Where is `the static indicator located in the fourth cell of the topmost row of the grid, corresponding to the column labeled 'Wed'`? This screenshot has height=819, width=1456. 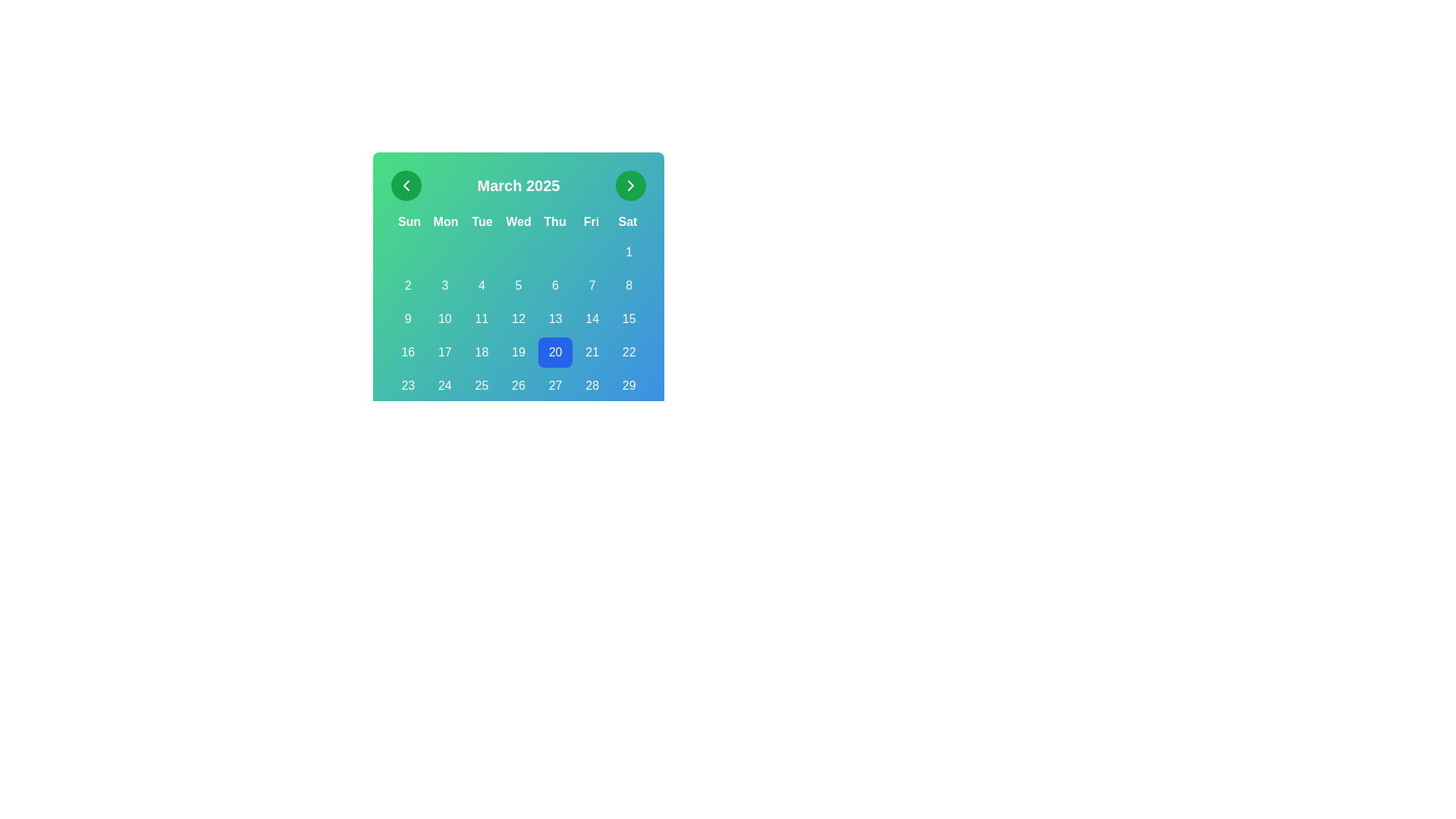
the static indicator located in the fourth cell of the topmost row of the grid, corresponding to the column labeled 'Wed' is located at coordinates (518, 251).